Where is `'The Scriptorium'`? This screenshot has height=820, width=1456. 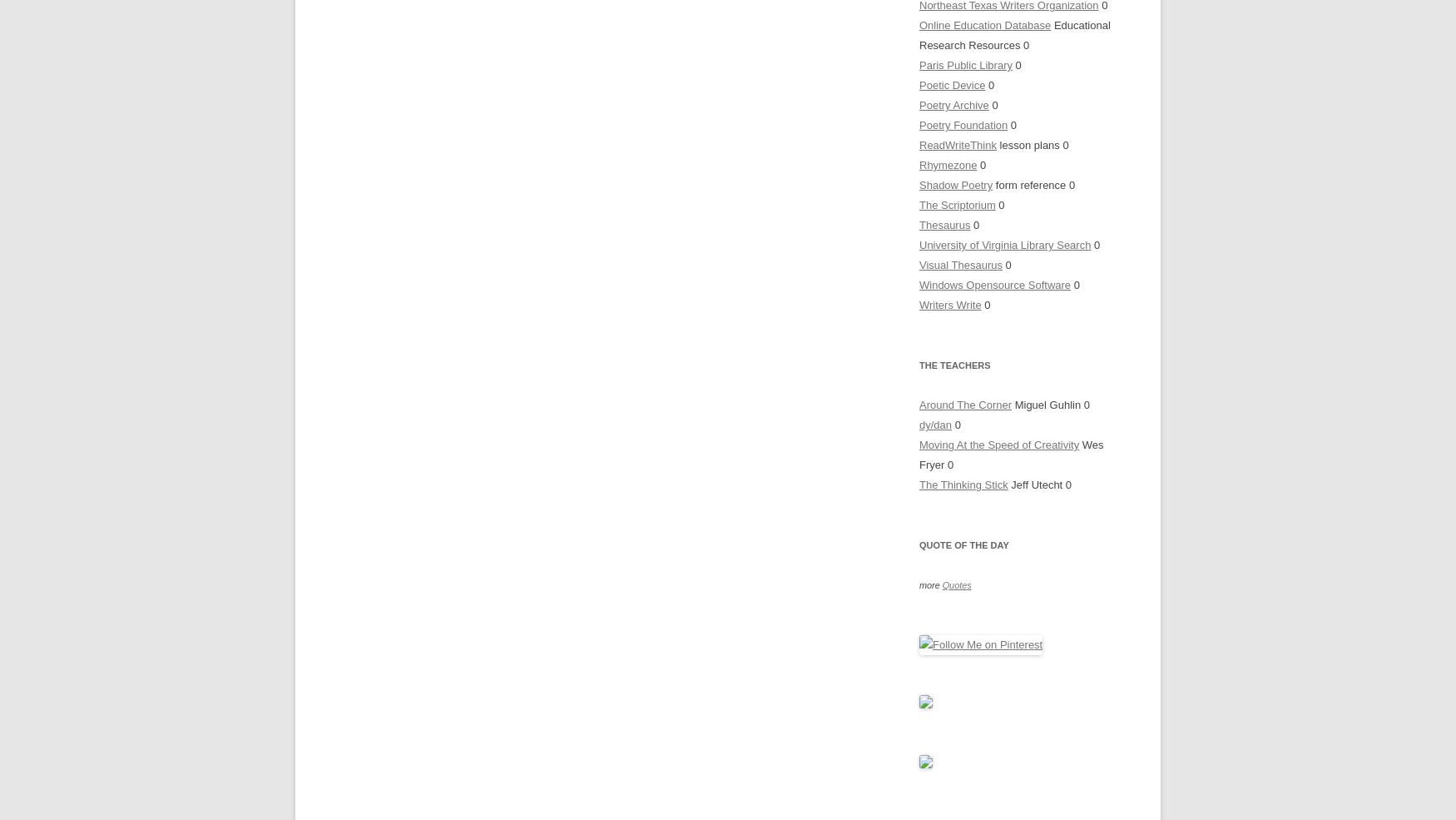
'The Scriptorium' is located at coordinates (956, 204).